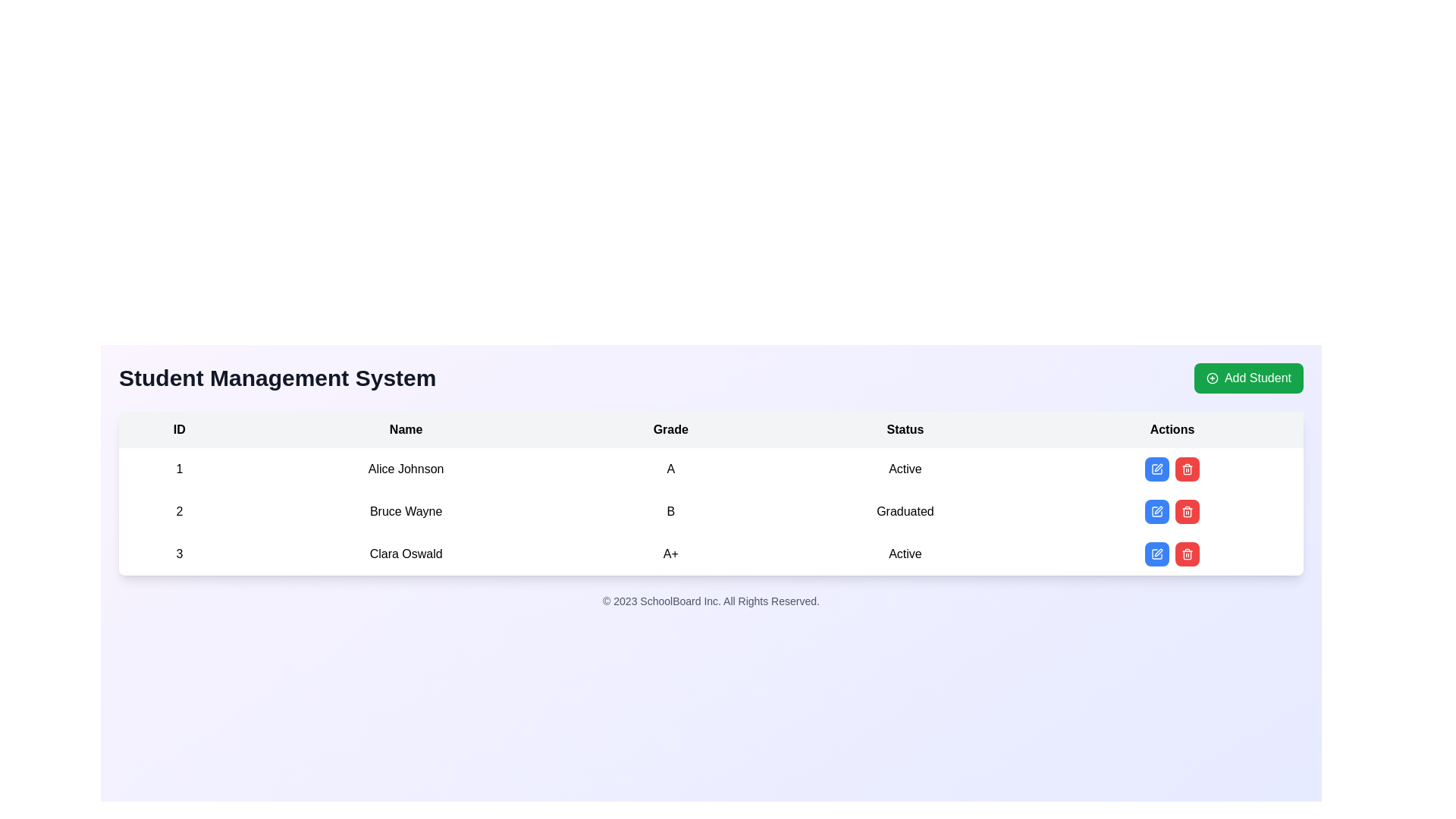  I want to click on the trash can icon button with a red background in the 'Actions' column beside the 'Edit' button for the student record 'Clara Oswald', so click(1186, 554).